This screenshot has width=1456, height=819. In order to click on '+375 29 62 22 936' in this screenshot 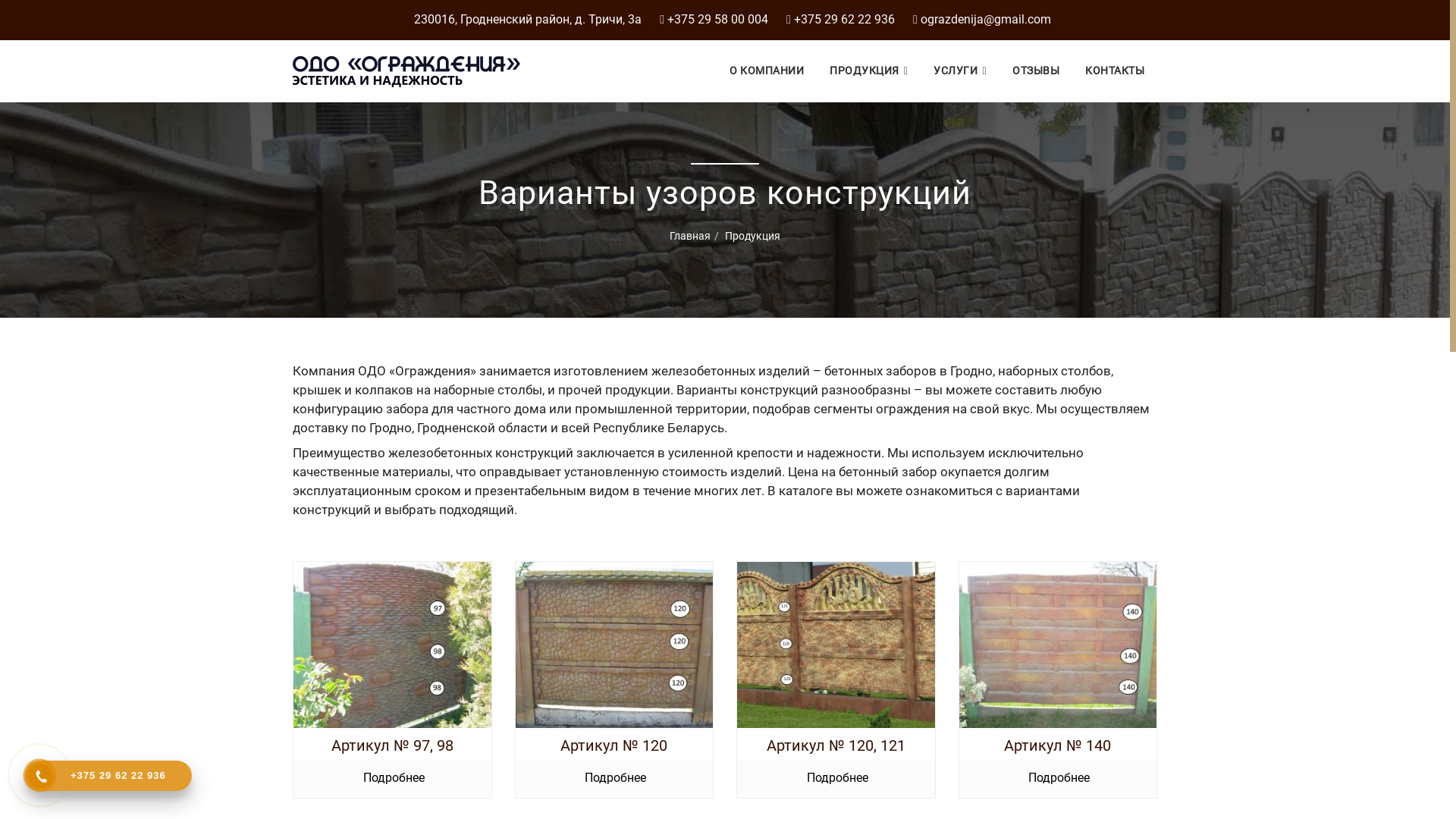, I will do `click(108, 775)`.